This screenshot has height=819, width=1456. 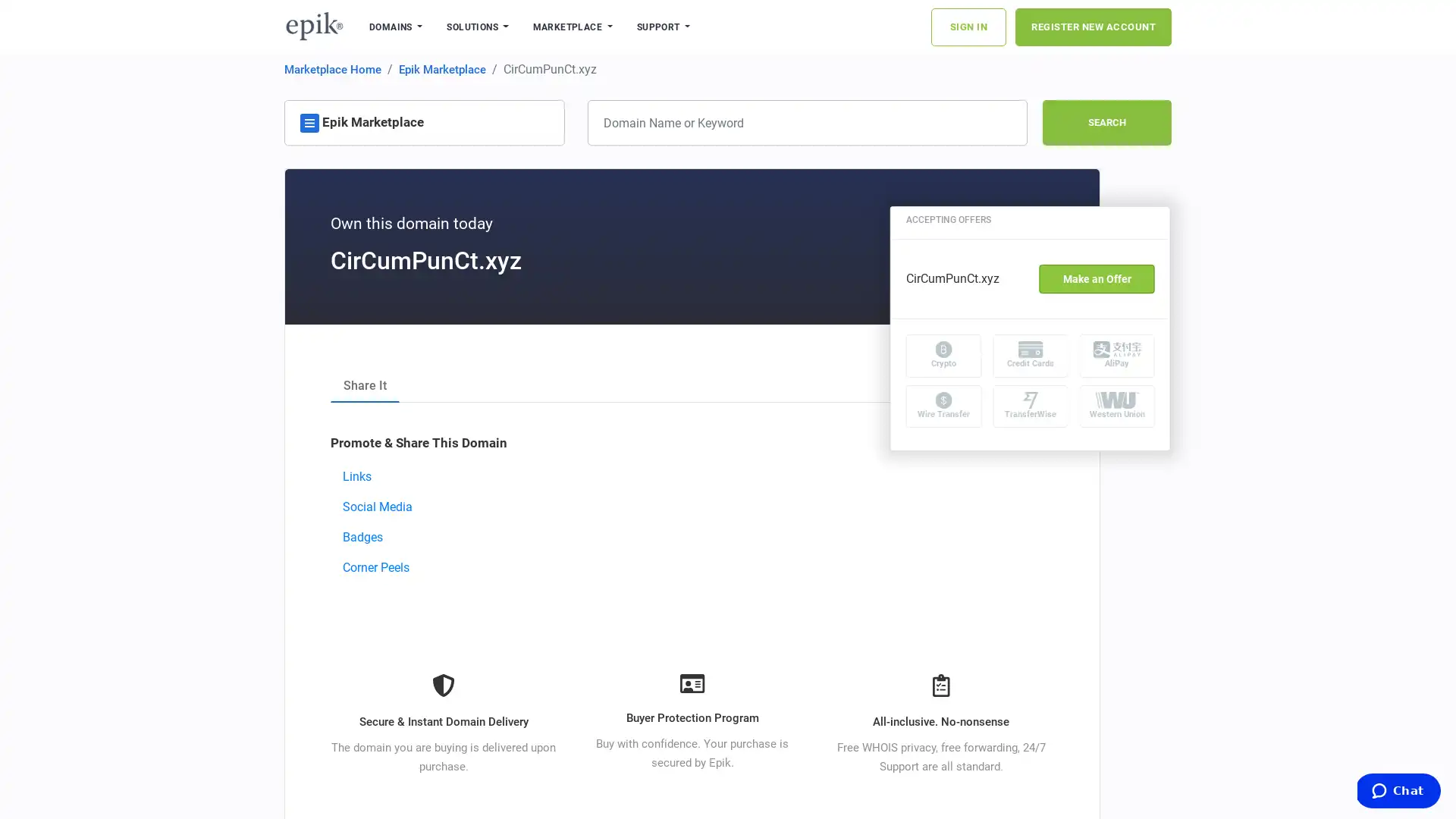 What do you see at coordinates (1106, 122) in the screenshot?
I see `SEARCH` at bounding box center [1106, 122].